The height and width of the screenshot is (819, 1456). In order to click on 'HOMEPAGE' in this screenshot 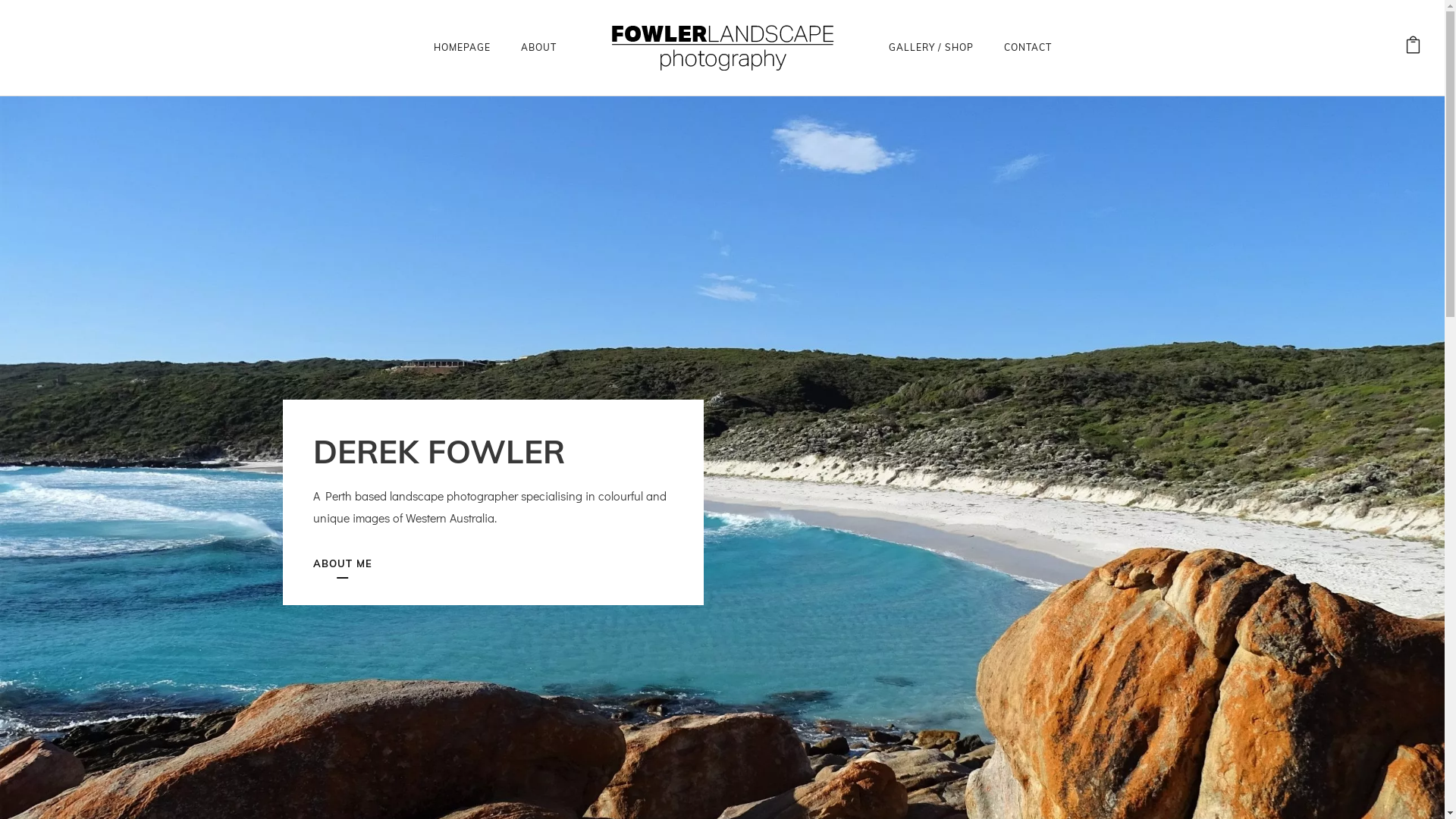, I will do `click(461, 46)`.